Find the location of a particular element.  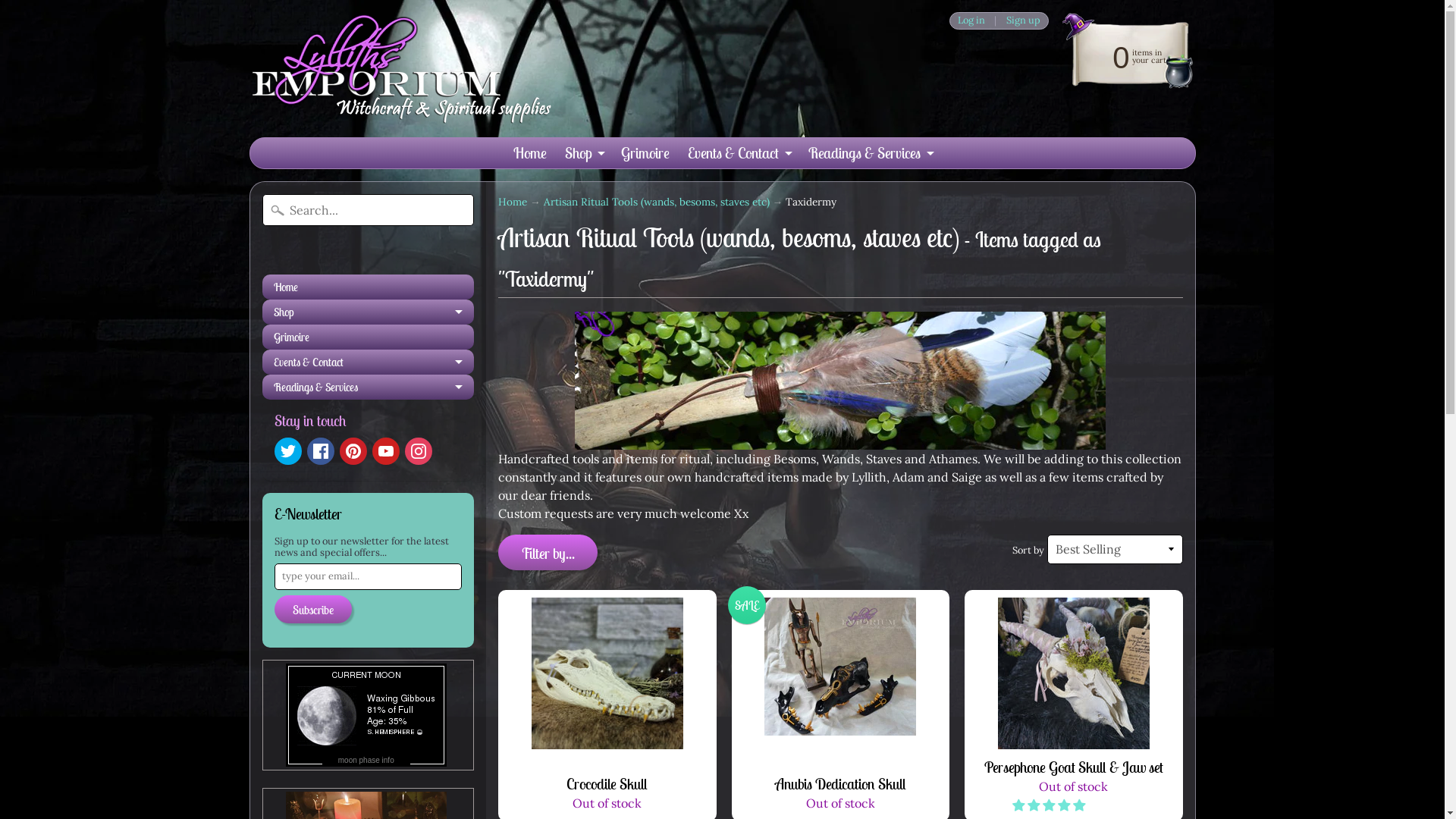

'moon phase info' is located at coordinates (366, 758).